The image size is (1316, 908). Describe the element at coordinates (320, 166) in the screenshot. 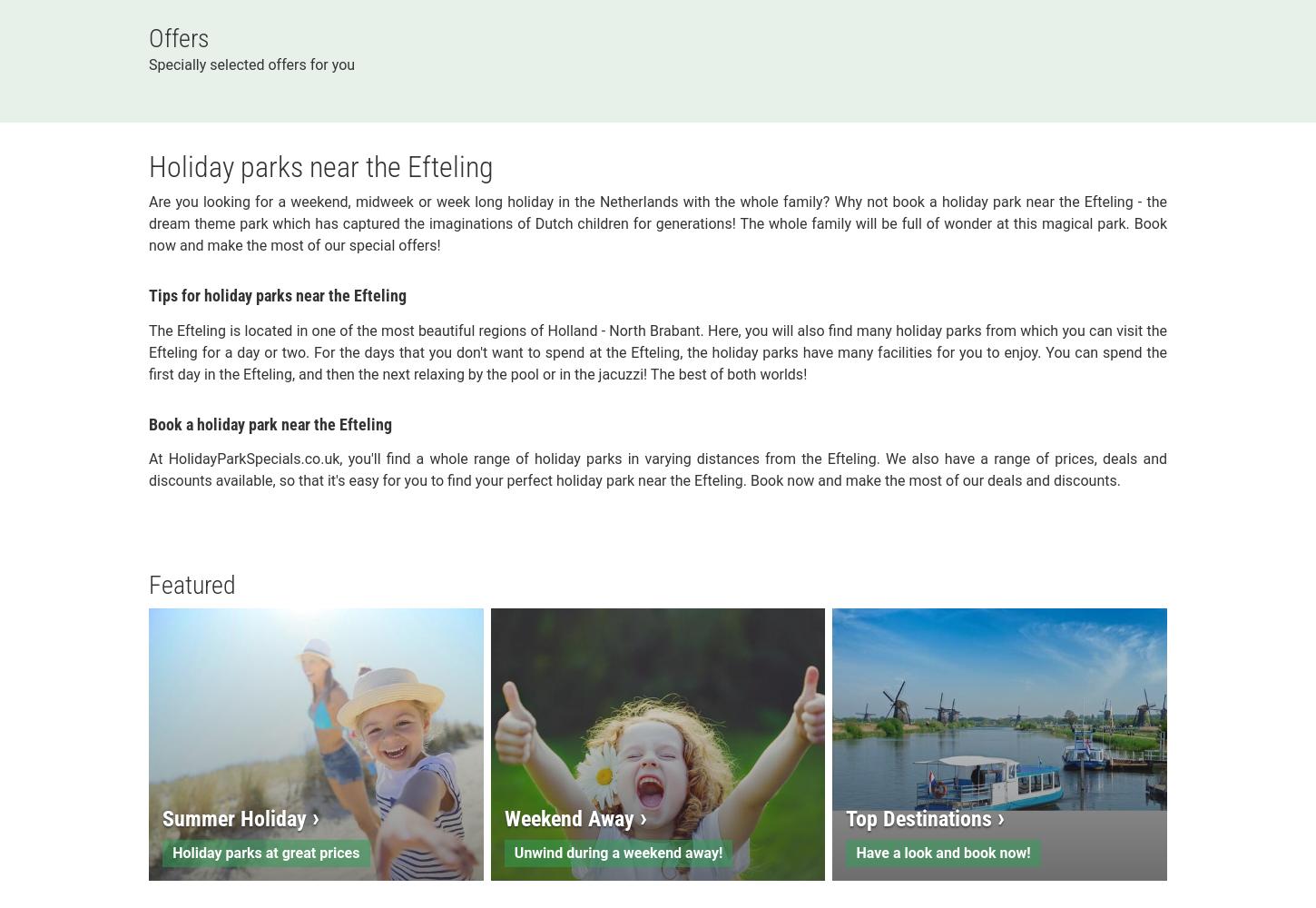

I see `'Holiday parks near the Efteling'` at that location.